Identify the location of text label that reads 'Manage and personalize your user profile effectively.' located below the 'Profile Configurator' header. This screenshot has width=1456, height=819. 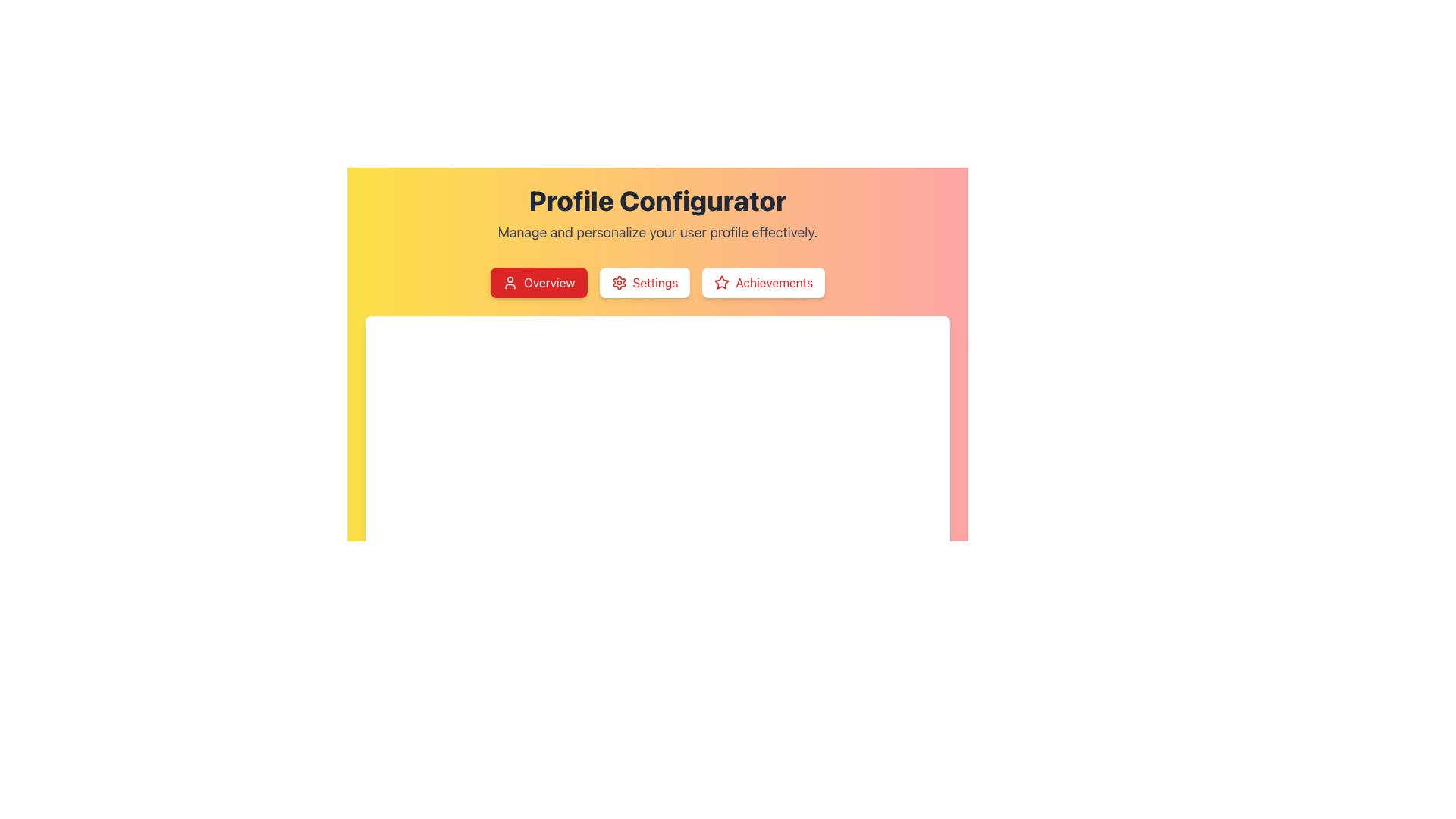
(657, 233).